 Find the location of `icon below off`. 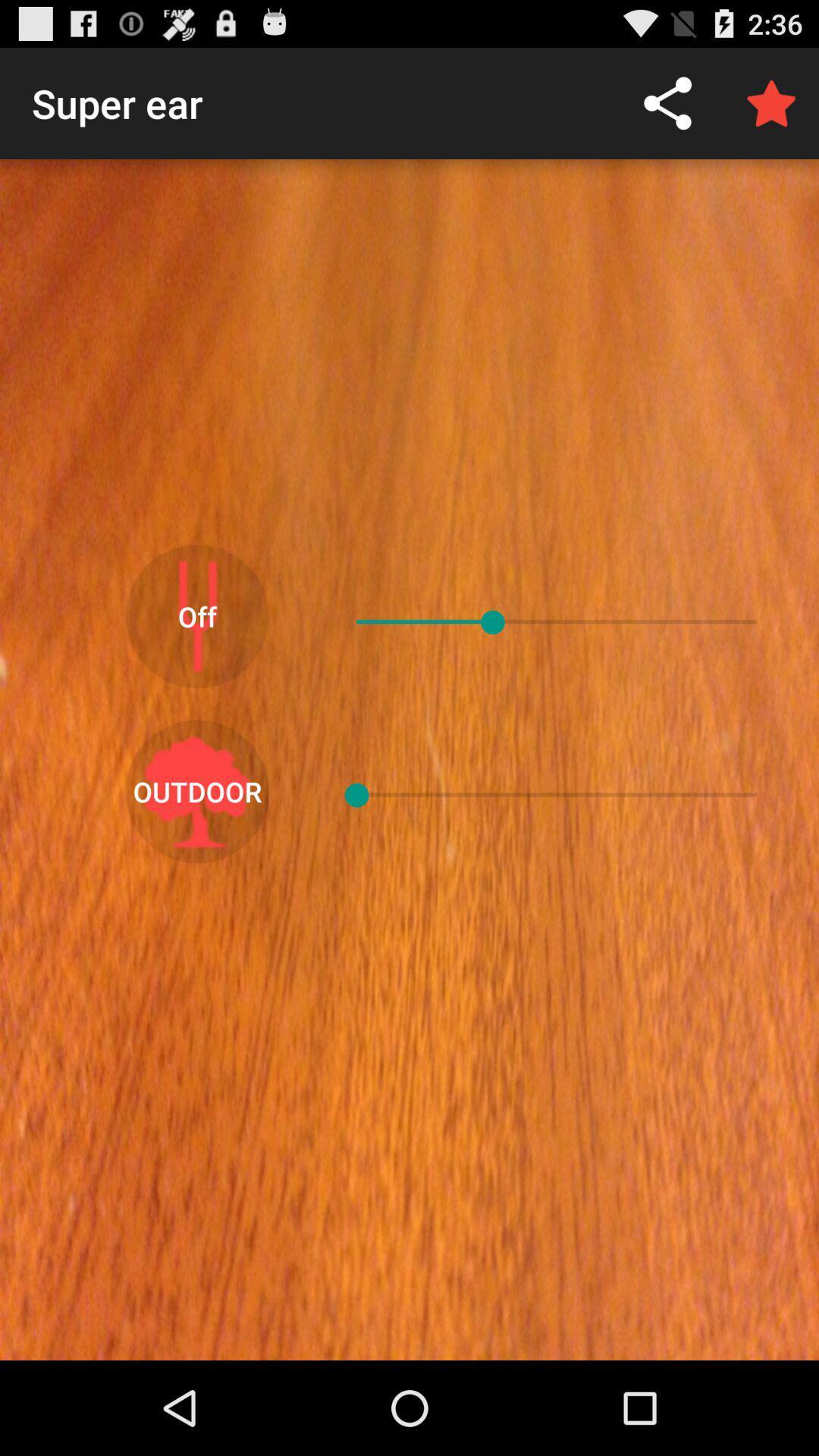

icon below off is located at coordinates (196, 791).